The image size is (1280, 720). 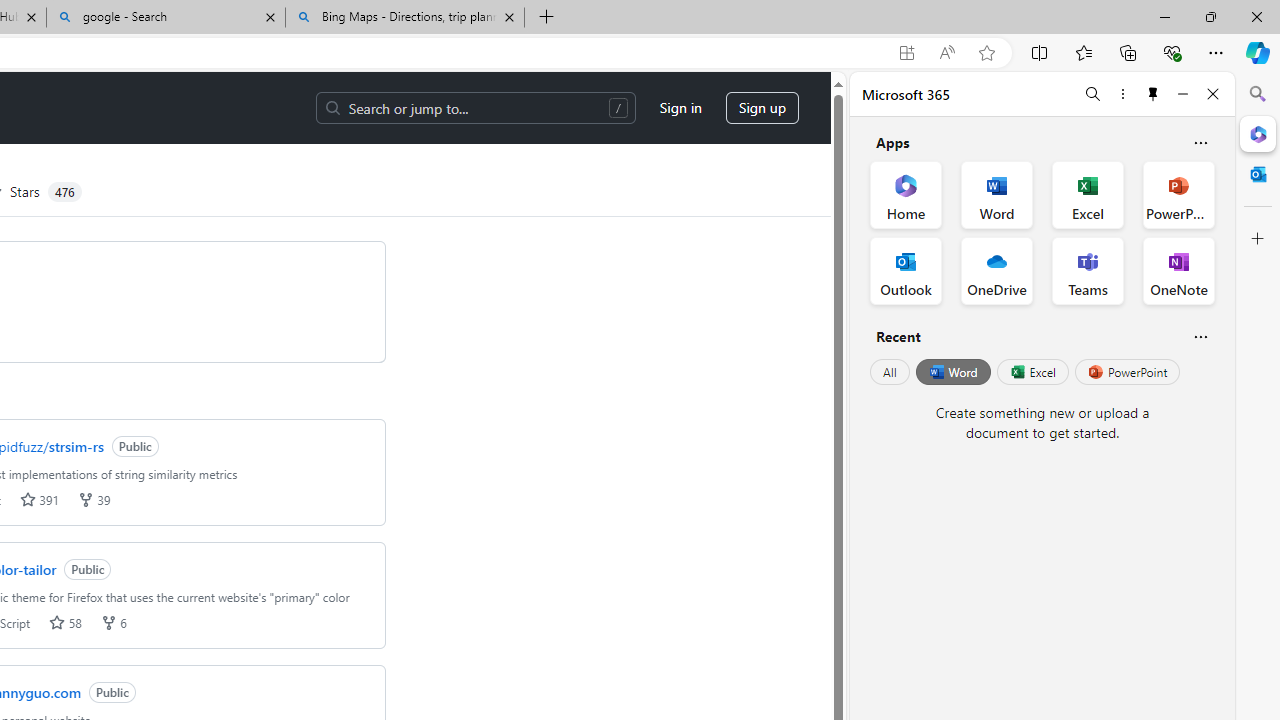 I want to click on 'stars 391', so click(x=39, y=498).